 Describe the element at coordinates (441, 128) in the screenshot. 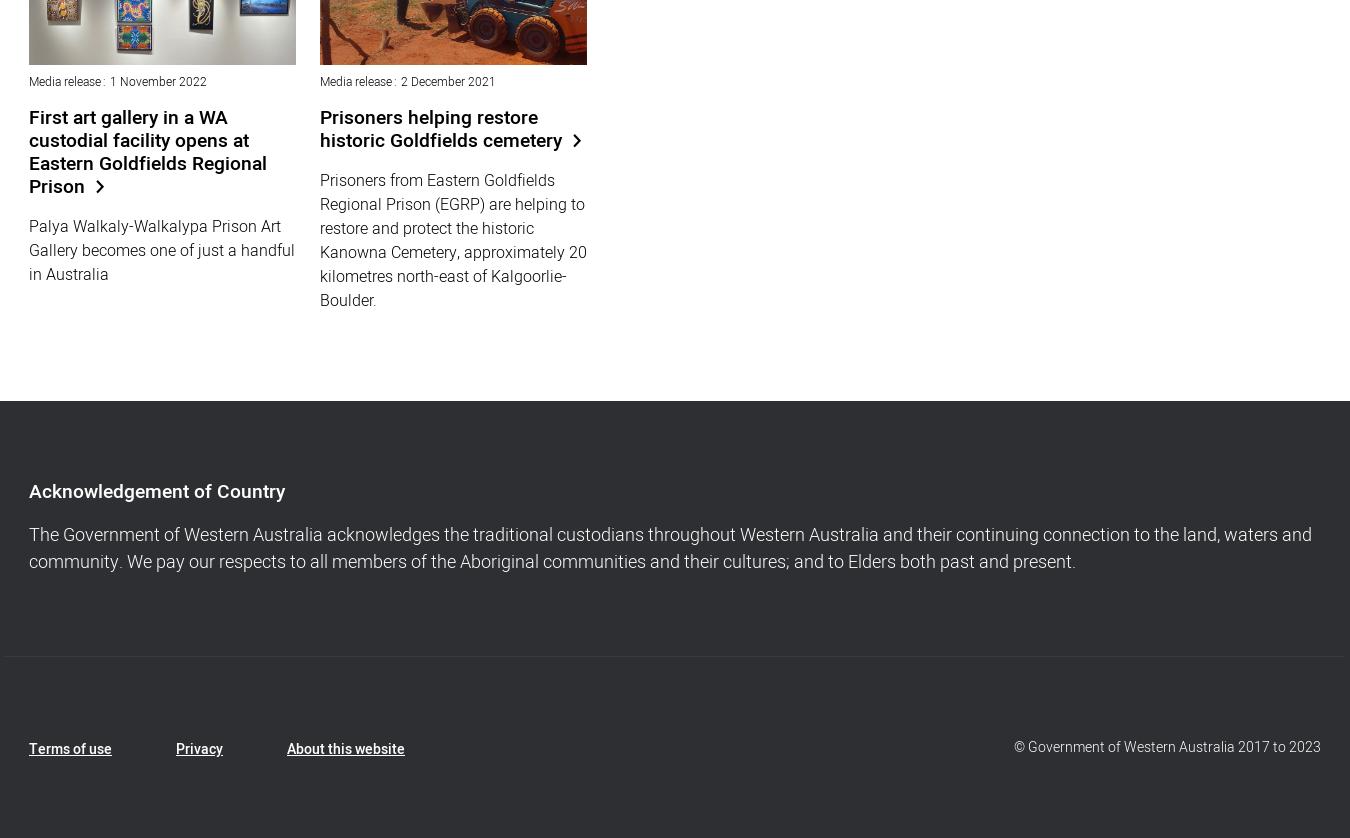

I see `'Prisoners helping restore historic Goldfields cemetery'` at that location.